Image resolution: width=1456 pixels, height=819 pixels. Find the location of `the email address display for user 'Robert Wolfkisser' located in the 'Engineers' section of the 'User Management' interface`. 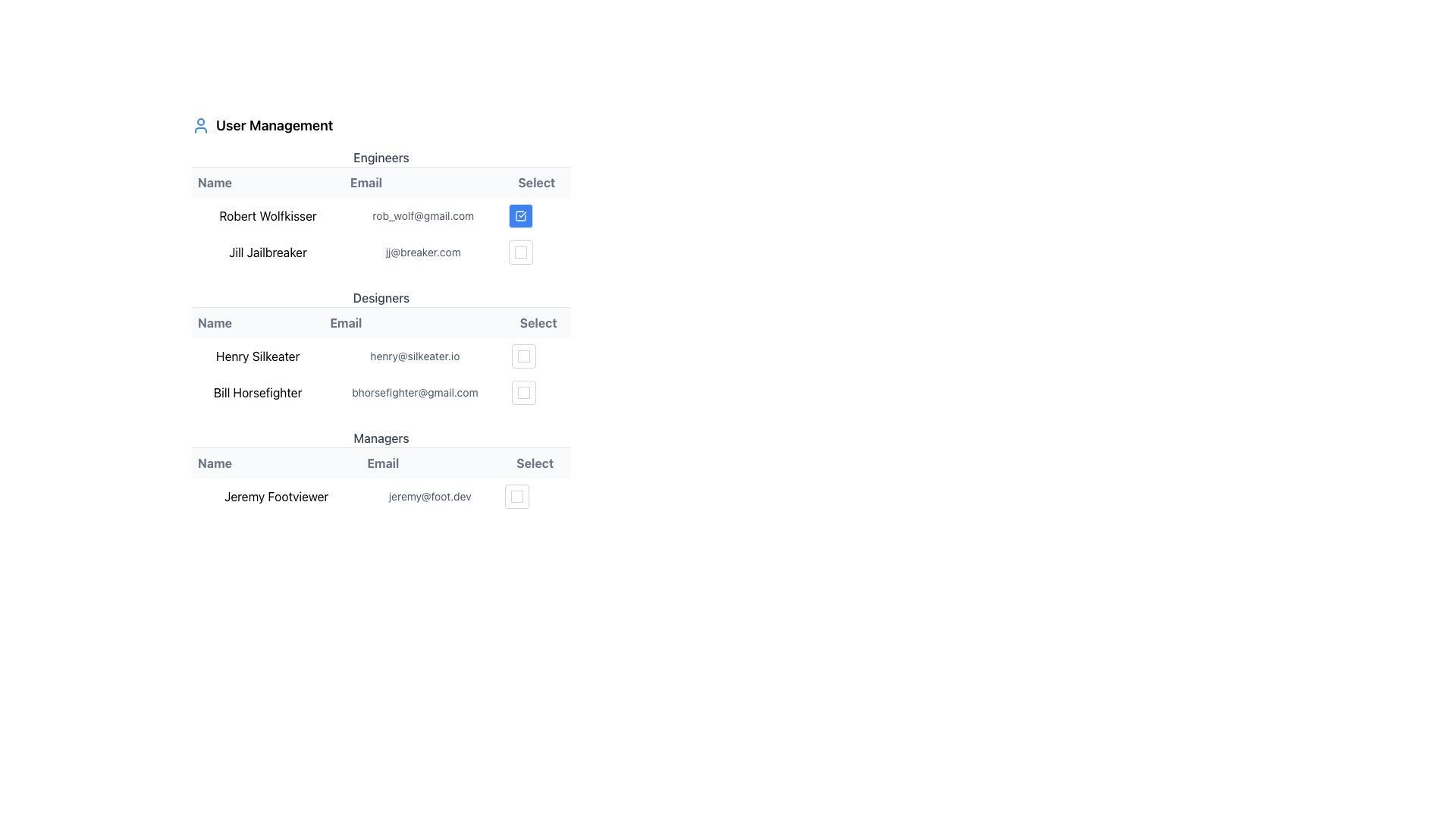

the email address display for user 'Robert Wolfkisser' located in the 'Engineers' section of the 'User Management' interface is located at coordinates (423, 216).